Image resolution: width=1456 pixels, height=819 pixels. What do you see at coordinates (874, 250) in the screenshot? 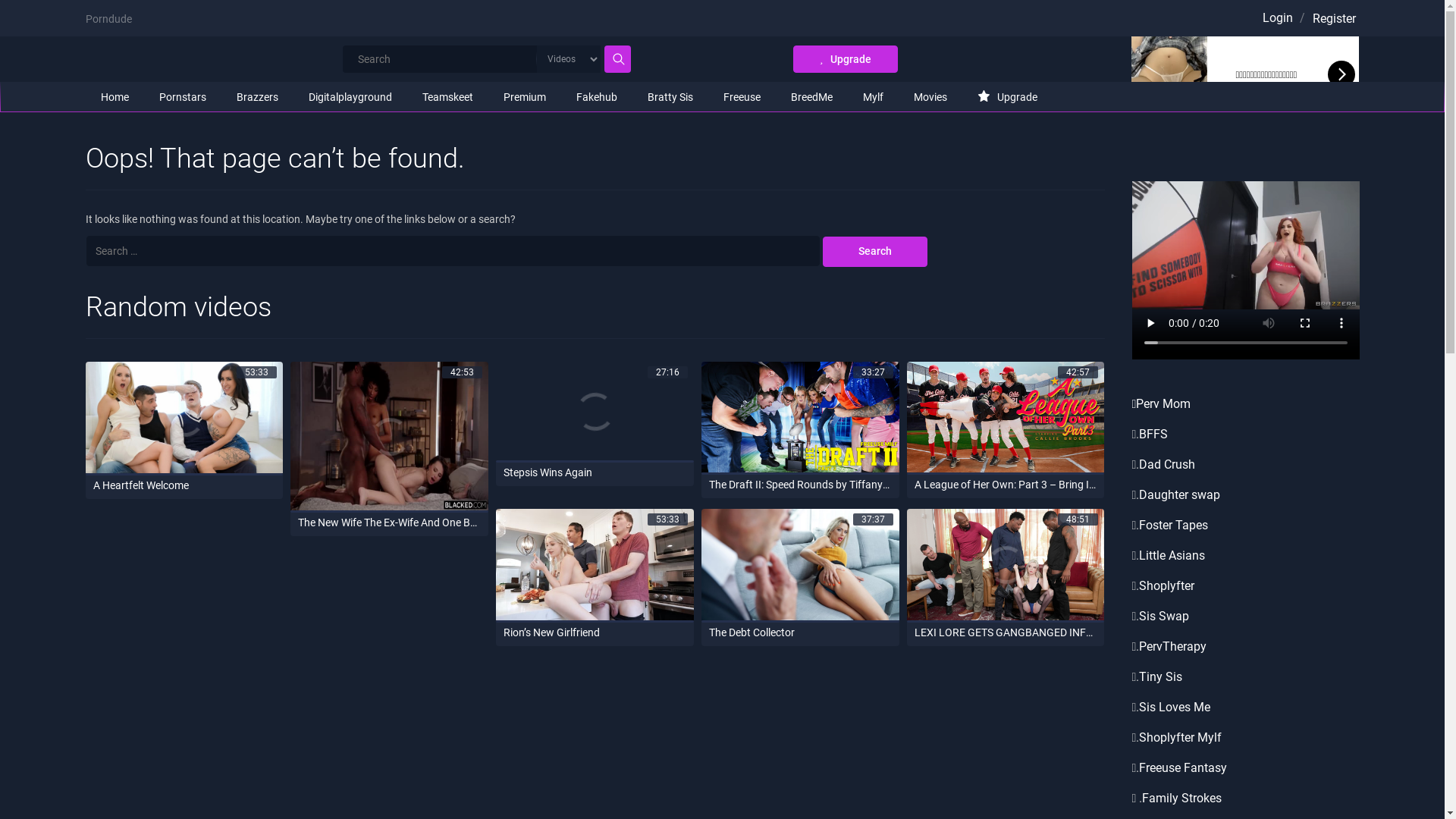
I see `'Search'` at bounding box center [874, 250].